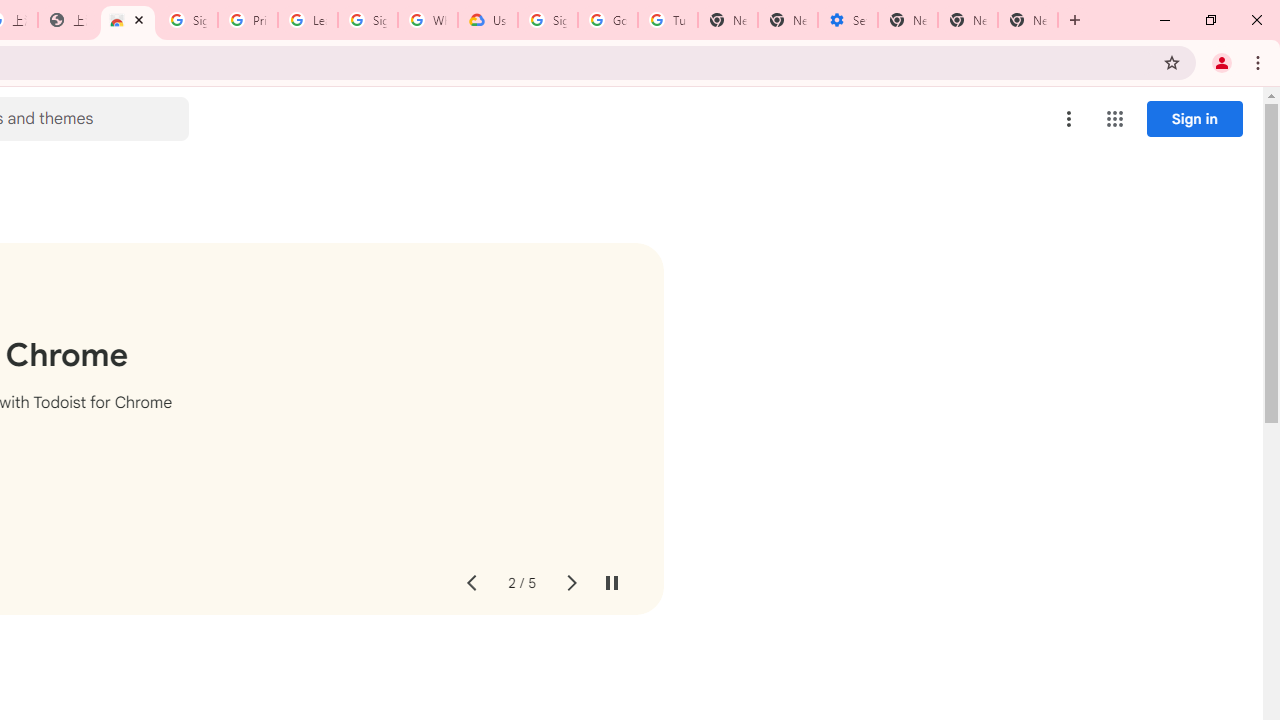 The width and height of the screenshot is (1280, 720). Describe the element at coordinates (610, 583) in the screenshot. I see `'Pause auto-play'` at that location.